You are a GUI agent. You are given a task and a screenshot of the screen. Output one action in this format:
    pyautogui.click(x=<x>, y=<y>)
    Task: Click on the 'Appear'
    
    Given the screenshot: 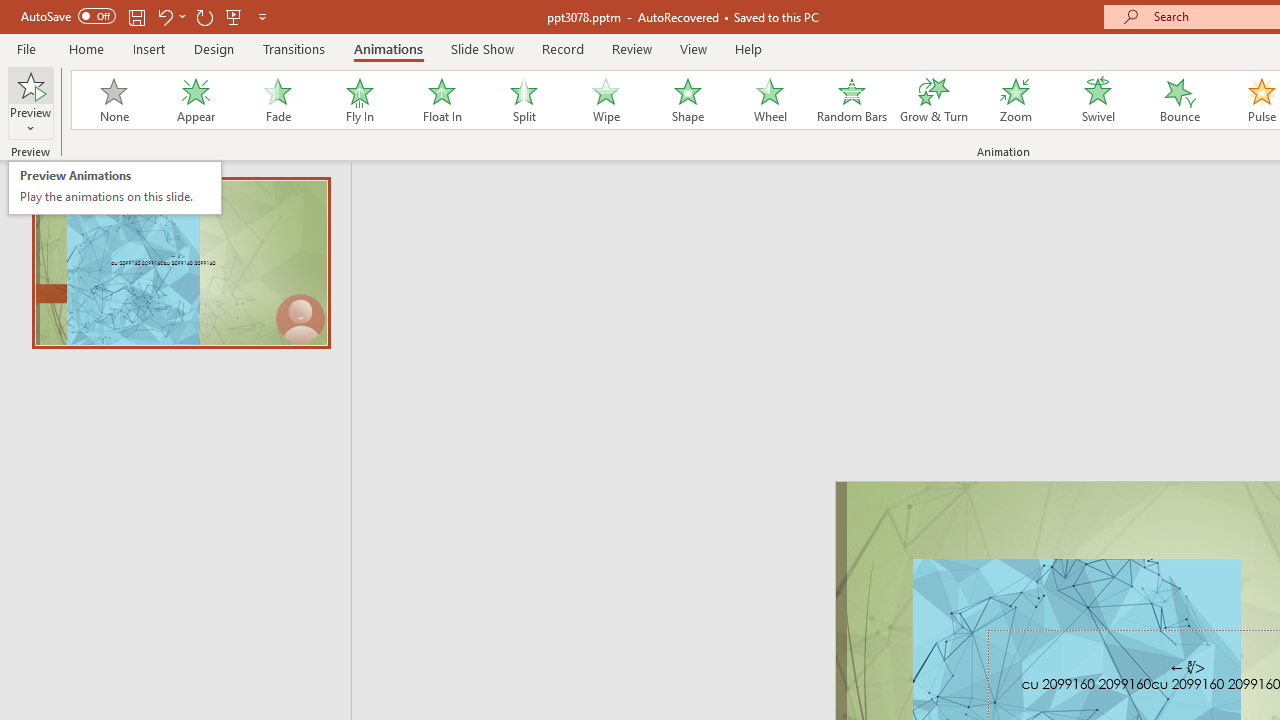 What is the action you would take?
    pyautogui.click(x=195, y=100)
    